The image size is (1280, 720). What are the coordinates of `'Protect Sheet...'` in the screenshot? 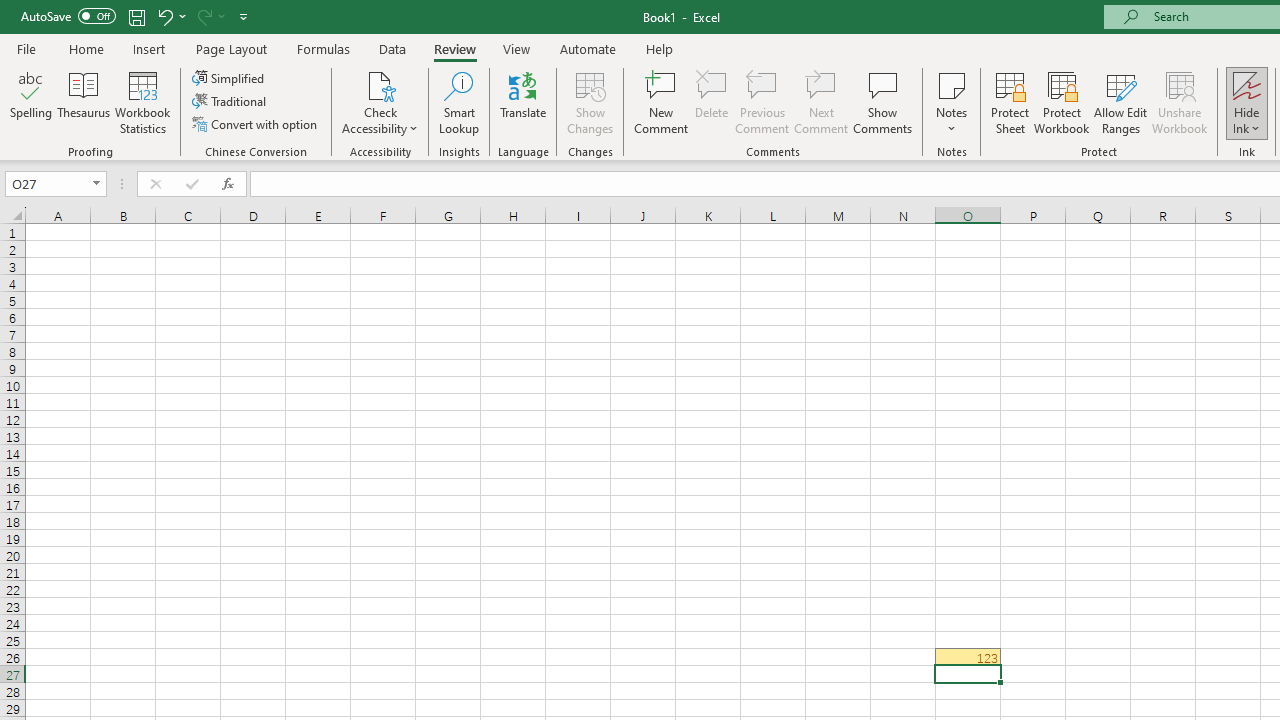 It's located at (1010, 103).